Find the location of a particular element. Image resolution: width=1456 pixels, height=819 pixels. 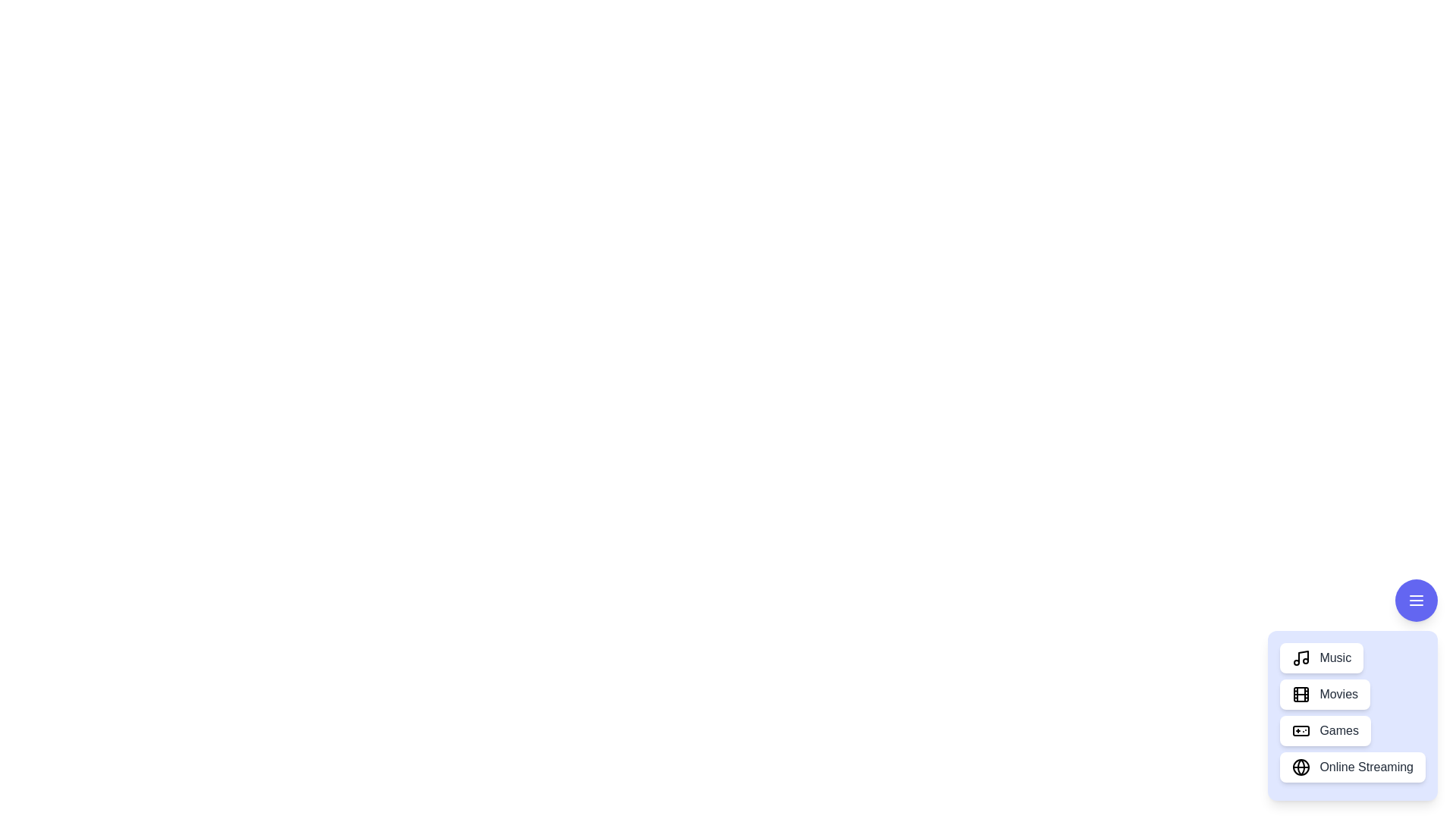

the 'Games' button is located at coordinates (1324, 730).